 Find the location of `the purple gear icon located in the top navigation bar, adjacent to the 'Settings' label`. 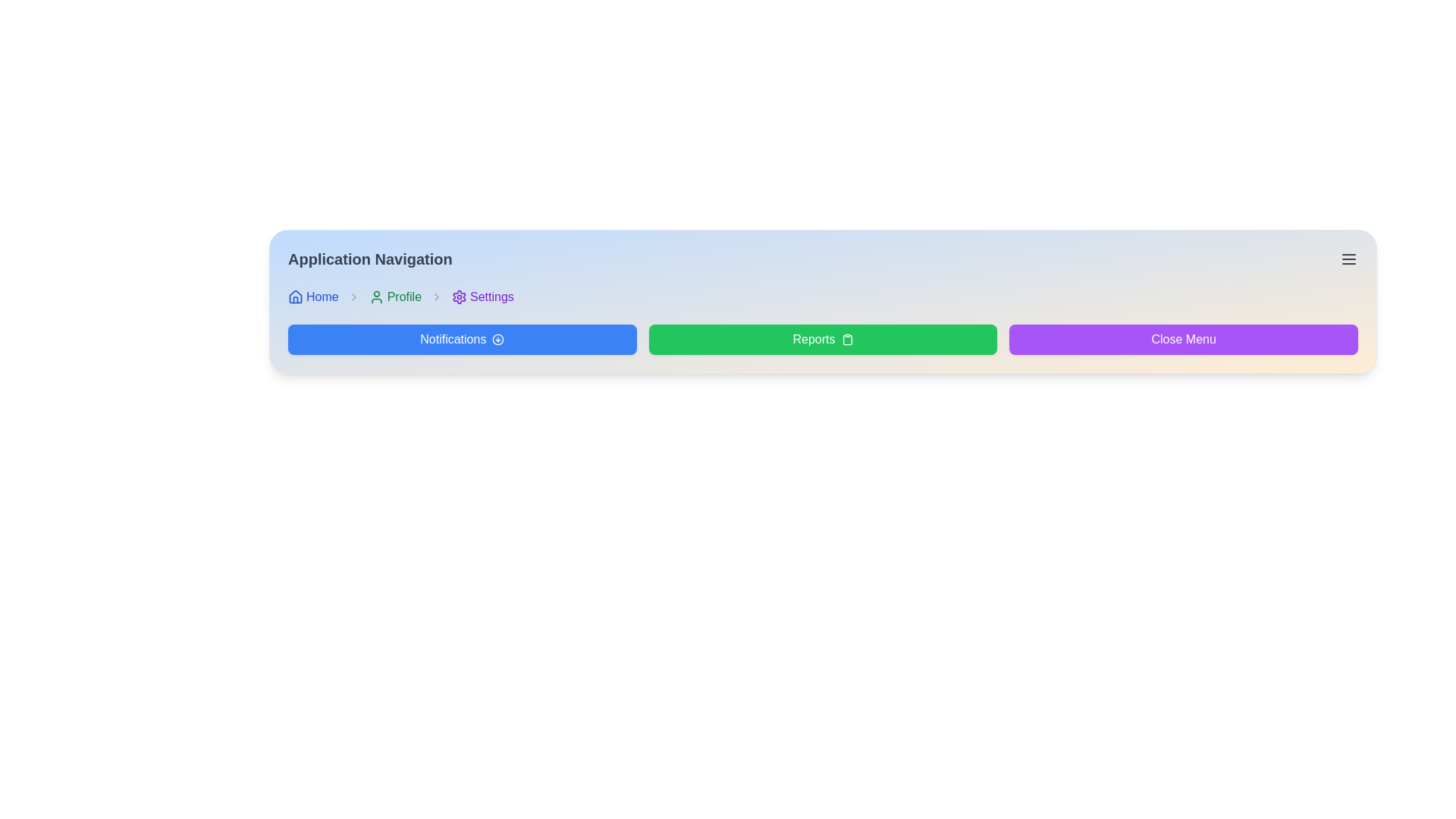

the purple gear icon located in the top navigation bar, adjacent to the 'Settings' label is located at coordinates (459, 297).